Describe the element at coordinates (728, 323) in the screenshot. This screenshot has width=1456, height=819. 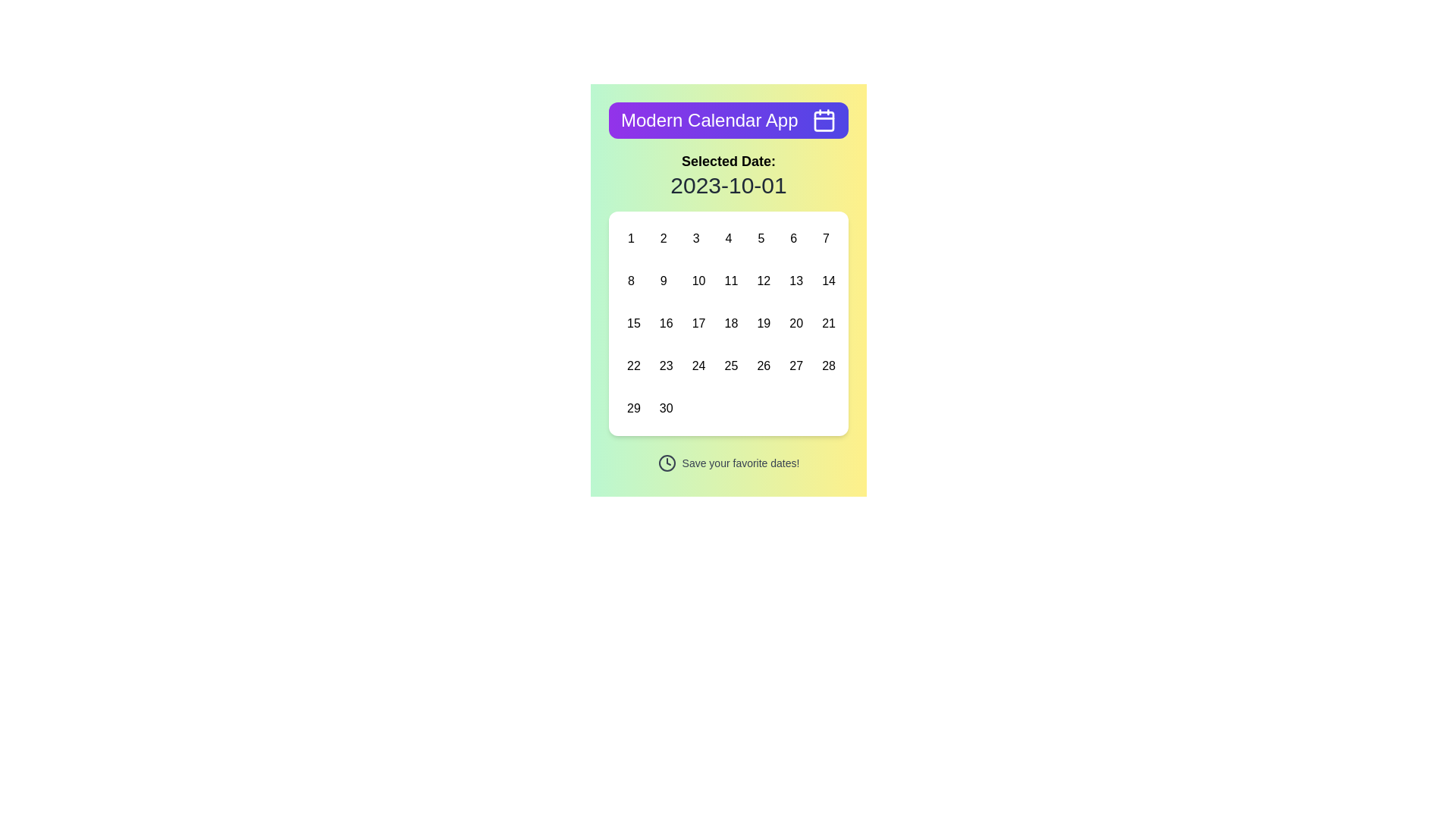
I see `the calendar date button representing '18', located` at that location.